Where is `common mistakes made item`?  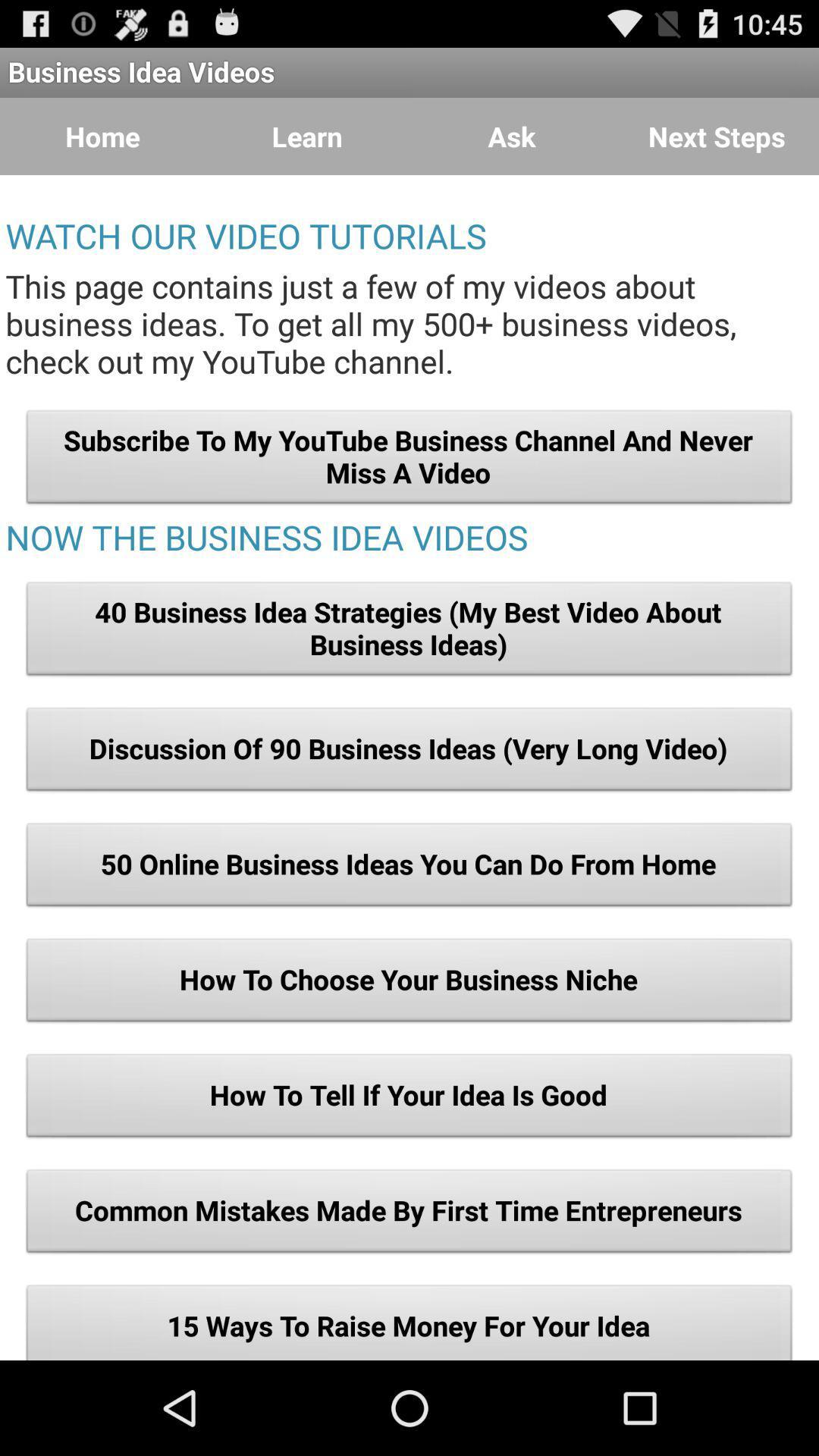
common mistakes made item is located at coordinates (409, 1215).